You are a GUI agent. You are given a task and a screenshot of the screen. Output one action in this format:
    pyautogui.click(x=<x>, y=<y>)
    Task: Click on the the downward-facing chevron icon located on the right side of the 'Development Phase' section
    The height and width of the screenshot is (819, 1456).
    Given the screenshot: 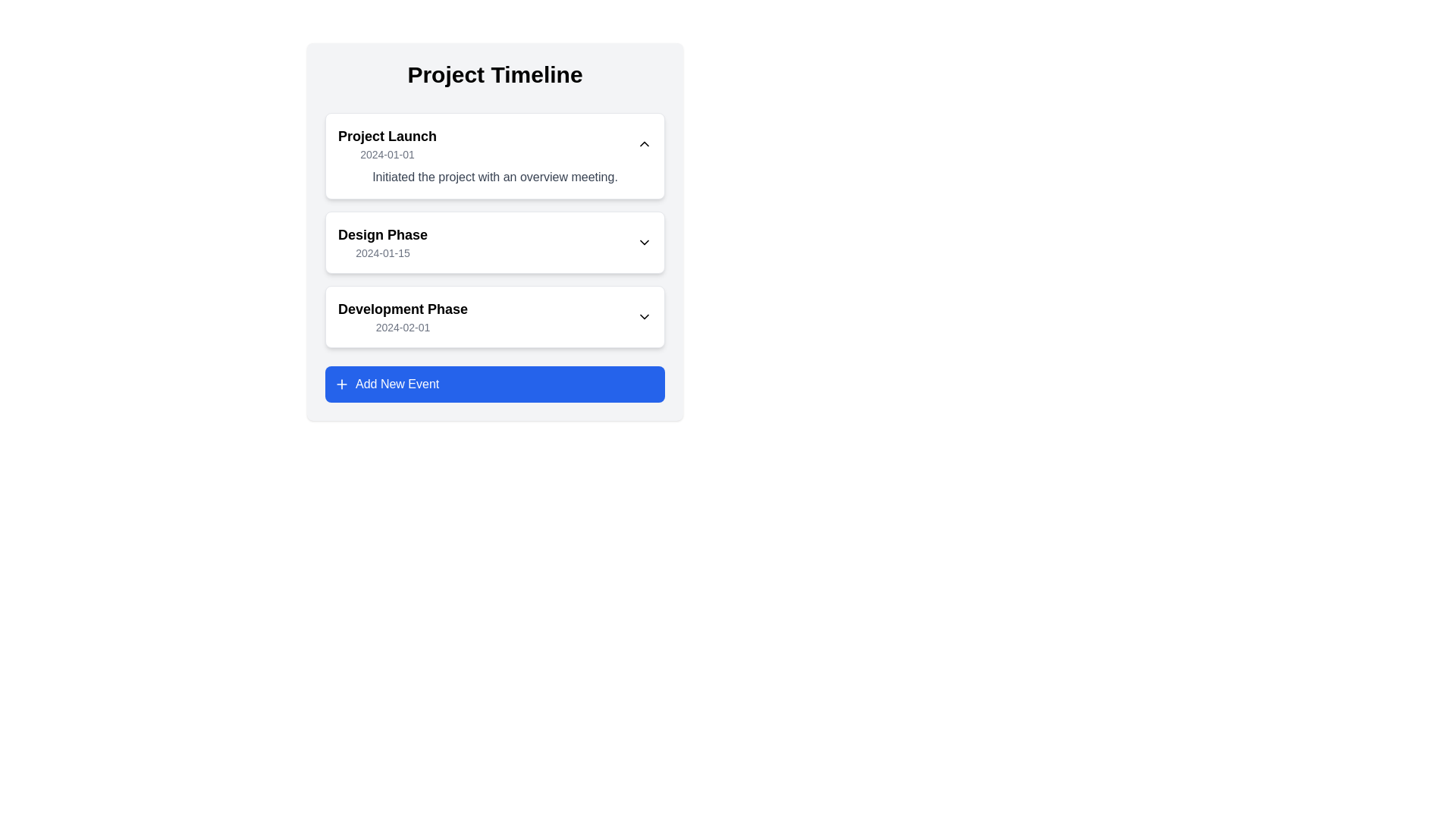 What is the action you would take?
    pyautogui.click(x=644, y=315)
    